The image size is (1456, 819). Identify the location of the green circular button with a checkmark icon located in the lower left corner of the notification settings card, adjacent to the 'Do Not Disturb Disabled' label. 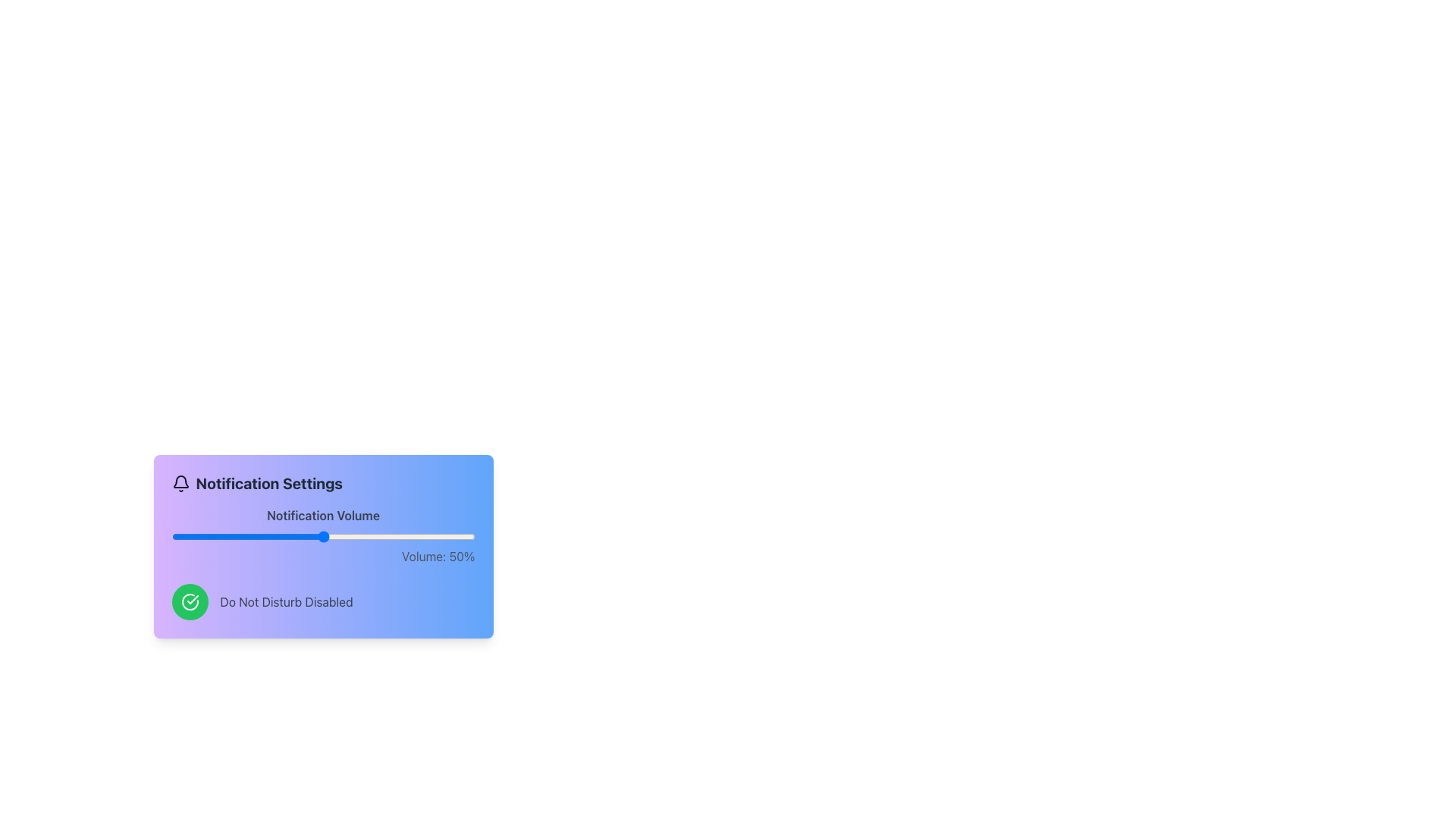
(189, 601).